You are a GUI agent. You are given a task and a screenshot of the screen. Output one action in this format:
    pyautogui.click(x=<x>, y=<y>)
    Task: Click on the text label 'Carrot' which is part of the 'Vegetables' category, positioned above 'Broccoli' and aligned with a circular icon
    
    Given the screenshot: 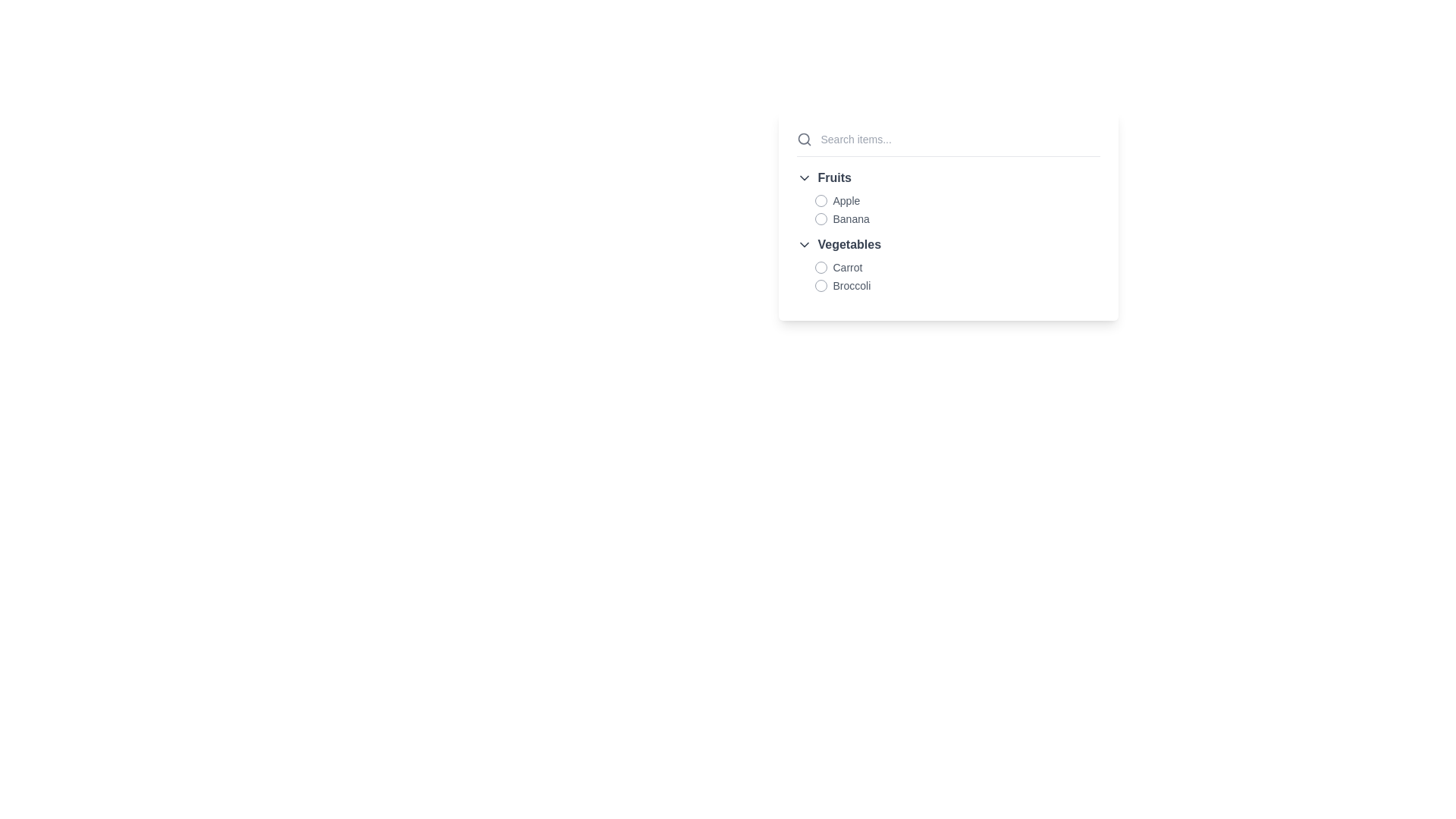 What is the action you would take?
    pyautogui.click(x=847, y=267)
    